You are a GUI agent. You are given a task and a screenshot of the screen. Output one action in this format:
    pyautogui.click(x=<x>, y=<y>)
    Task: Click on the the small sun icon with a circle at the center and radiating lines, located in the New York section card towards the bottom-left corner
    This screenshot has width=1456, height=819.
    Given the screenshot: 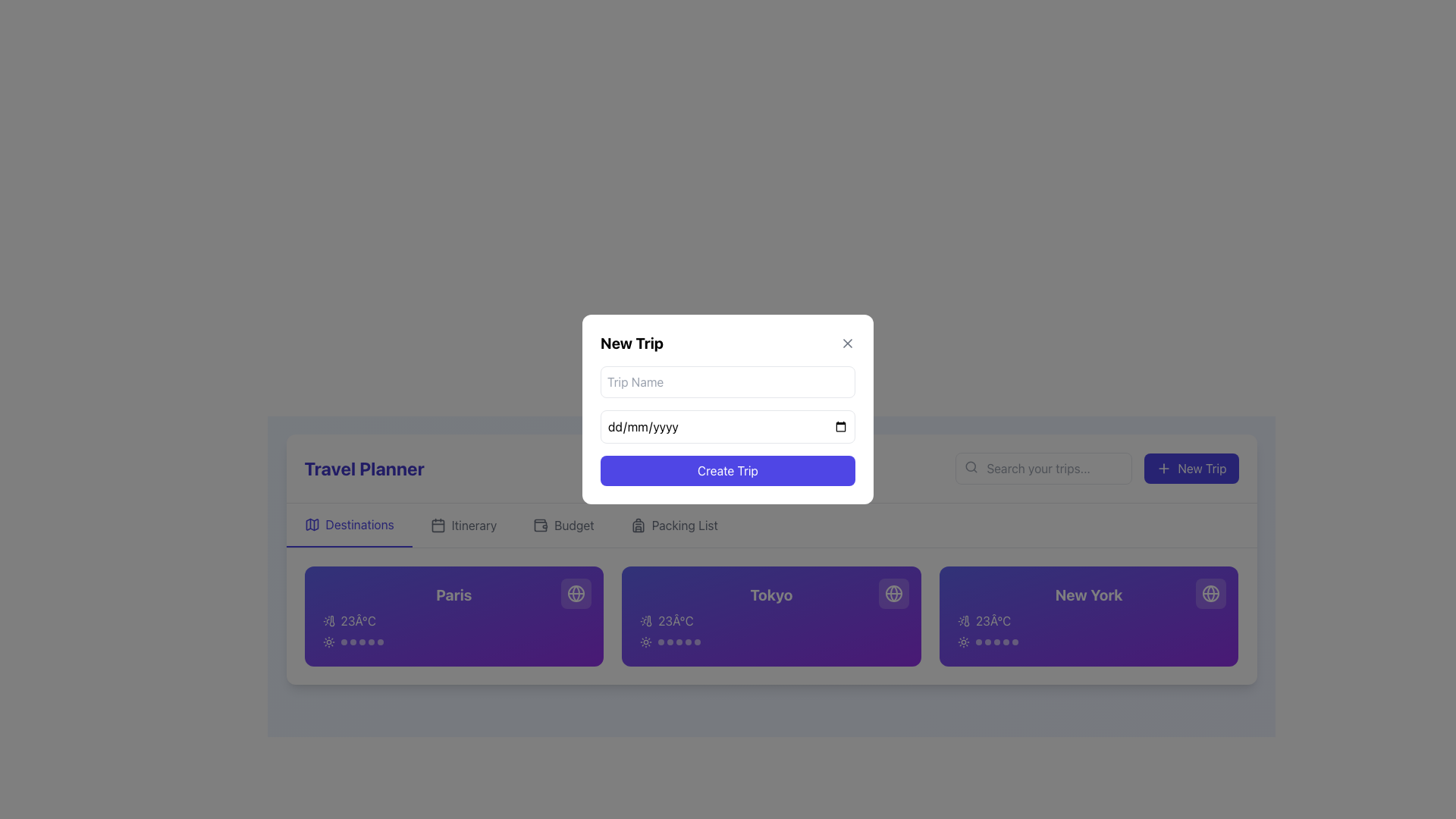 What is the action you would take?
    pyautogui.click(x=962, y=642)
    